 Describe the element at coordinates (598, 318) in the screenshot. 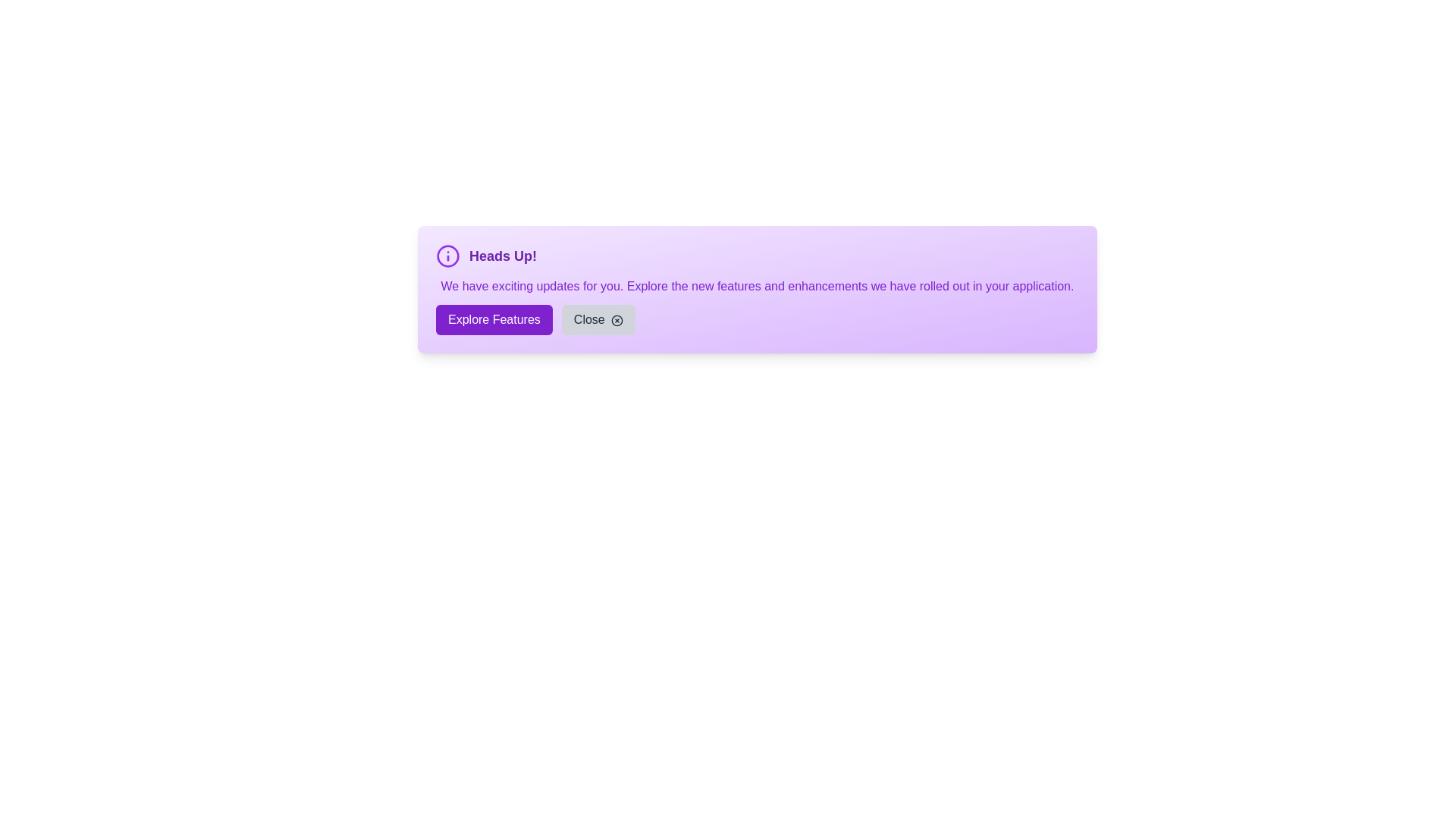

I see `the button Close to view its hover state` at that location.